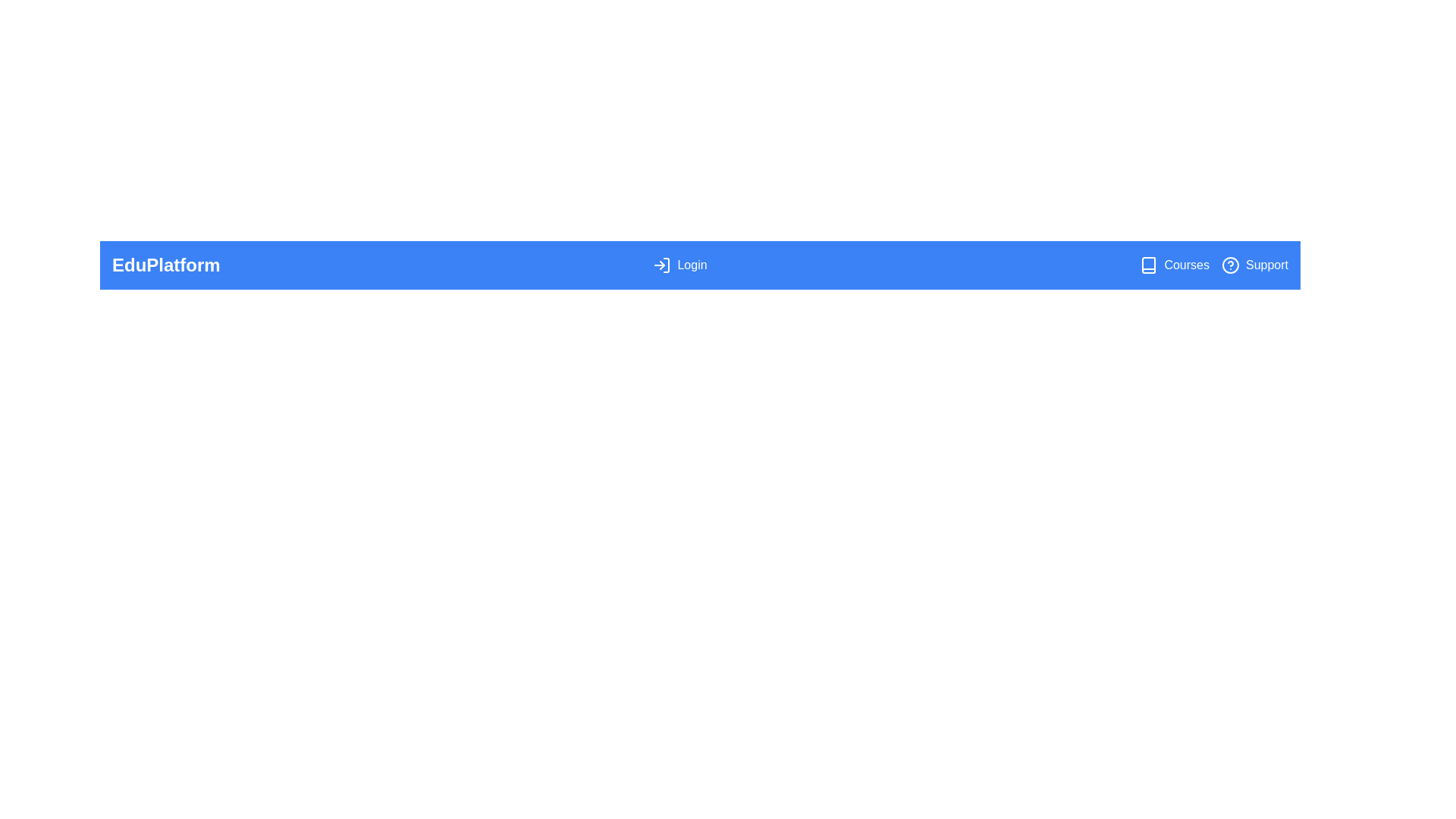  Describe the element at coordinates (679, 265) in the screenshot. I see `the interactive login button located in the blue header bar, positioned to the right of 'EduPlatform' and to the left of 'Courses' and 'Support'` at that location.